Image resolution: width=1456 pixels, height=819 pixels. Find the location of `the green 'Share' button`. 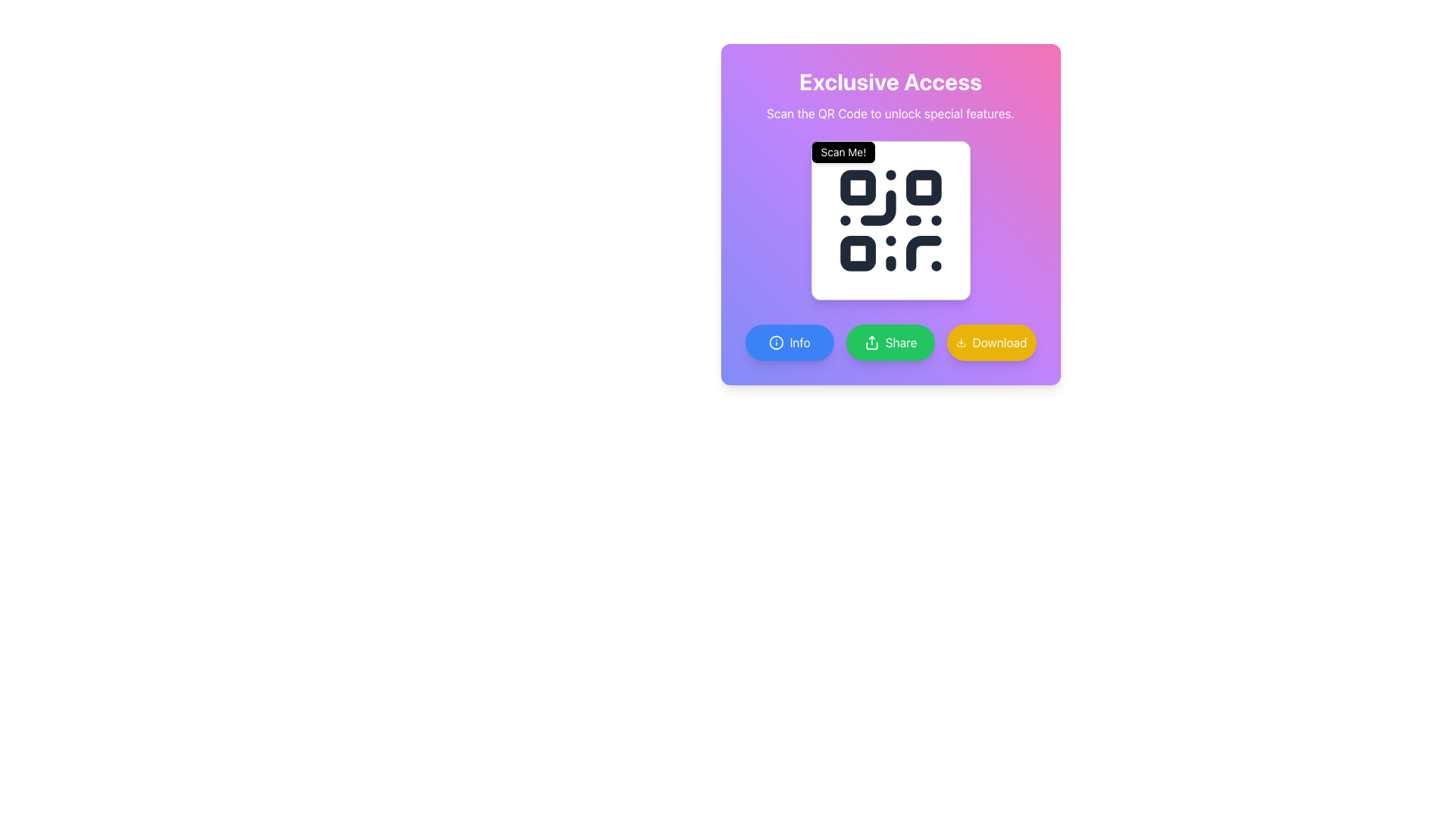

the green 'Share' button is located at coordinates (890, 342).